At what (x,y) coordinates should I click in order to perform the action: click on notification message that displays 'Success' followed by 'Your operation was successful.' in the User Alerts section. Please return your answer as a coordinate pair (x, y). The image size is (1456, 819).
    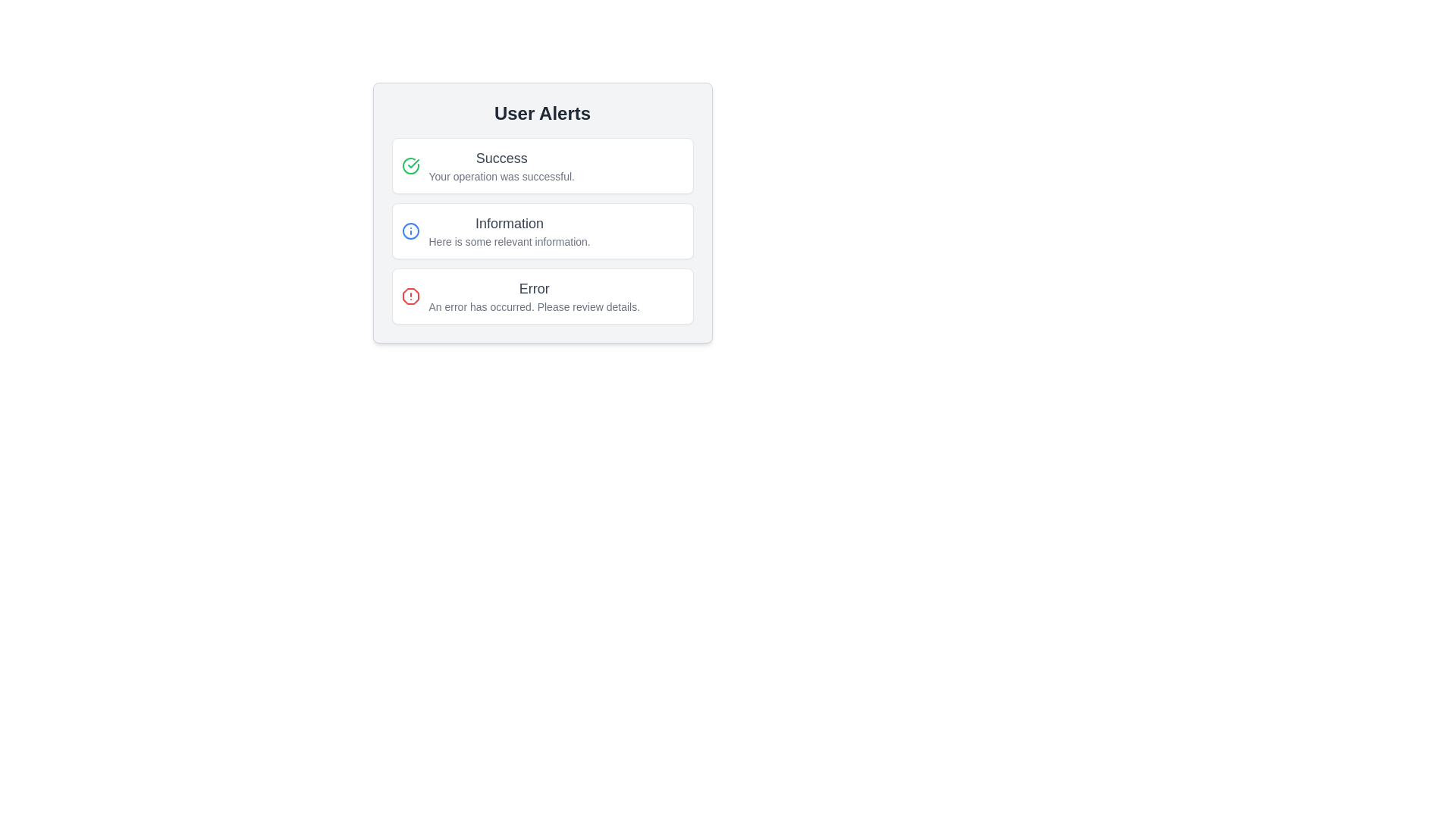
    Looking at the image, I should click on (501, 166).